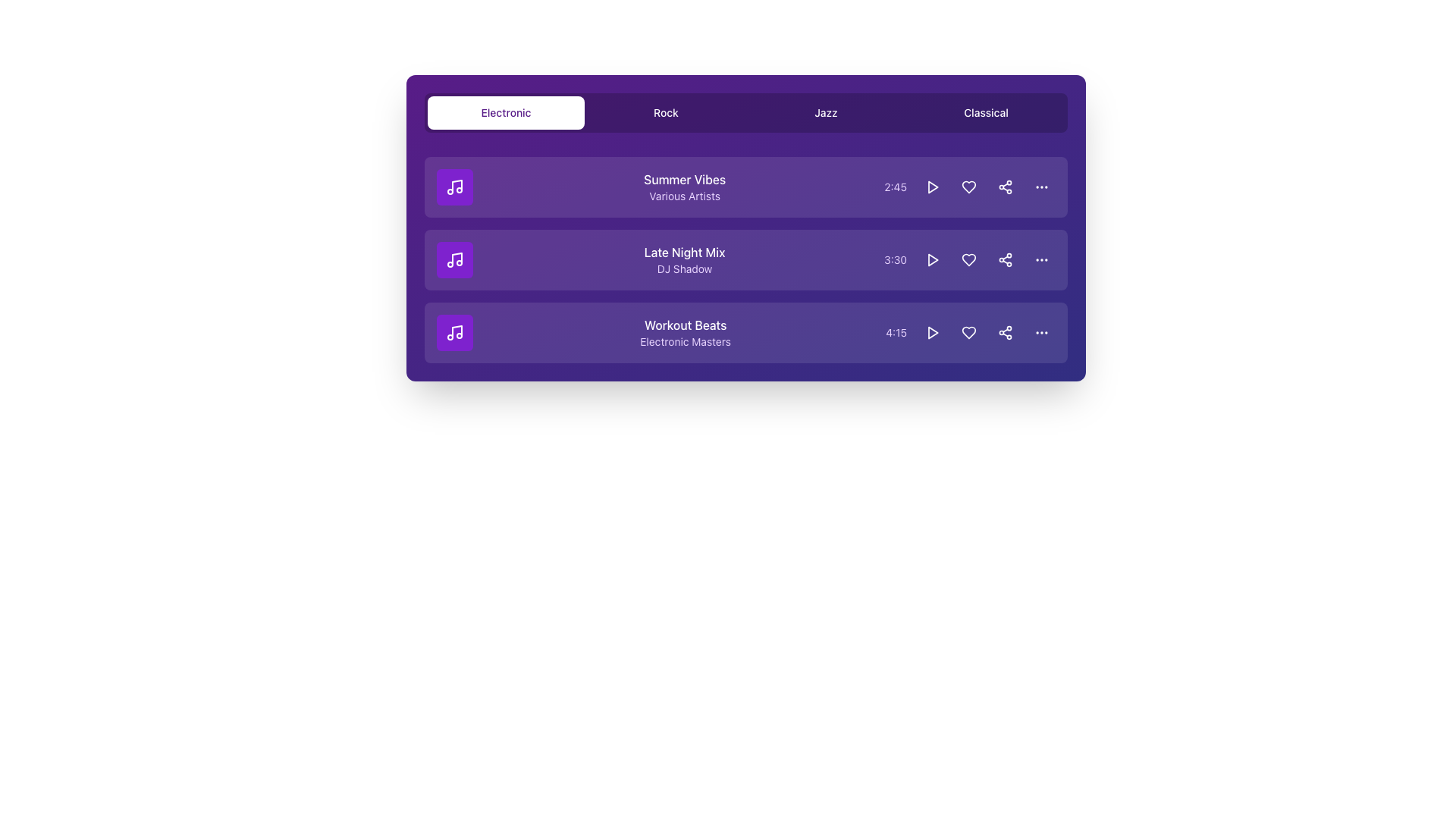  What do you see at coordinates (1040, 259) in the screenshot?
I see `the ellipsis icon button located at the far-right end of the third list item in the playlist` at bounding box center [1040, 259].